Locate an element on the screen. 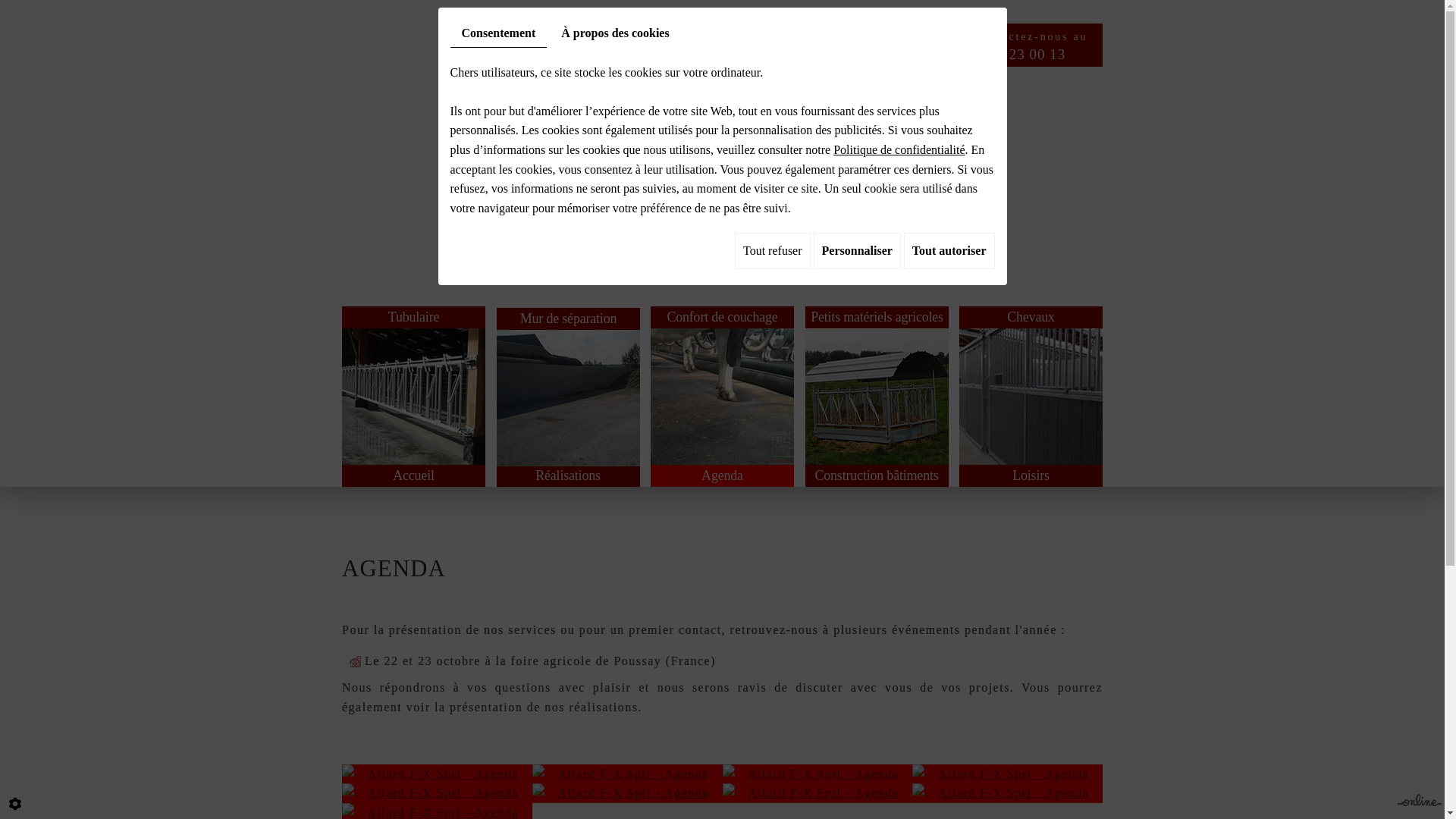  'Tubulaire' is located at coordinates (413, 384).